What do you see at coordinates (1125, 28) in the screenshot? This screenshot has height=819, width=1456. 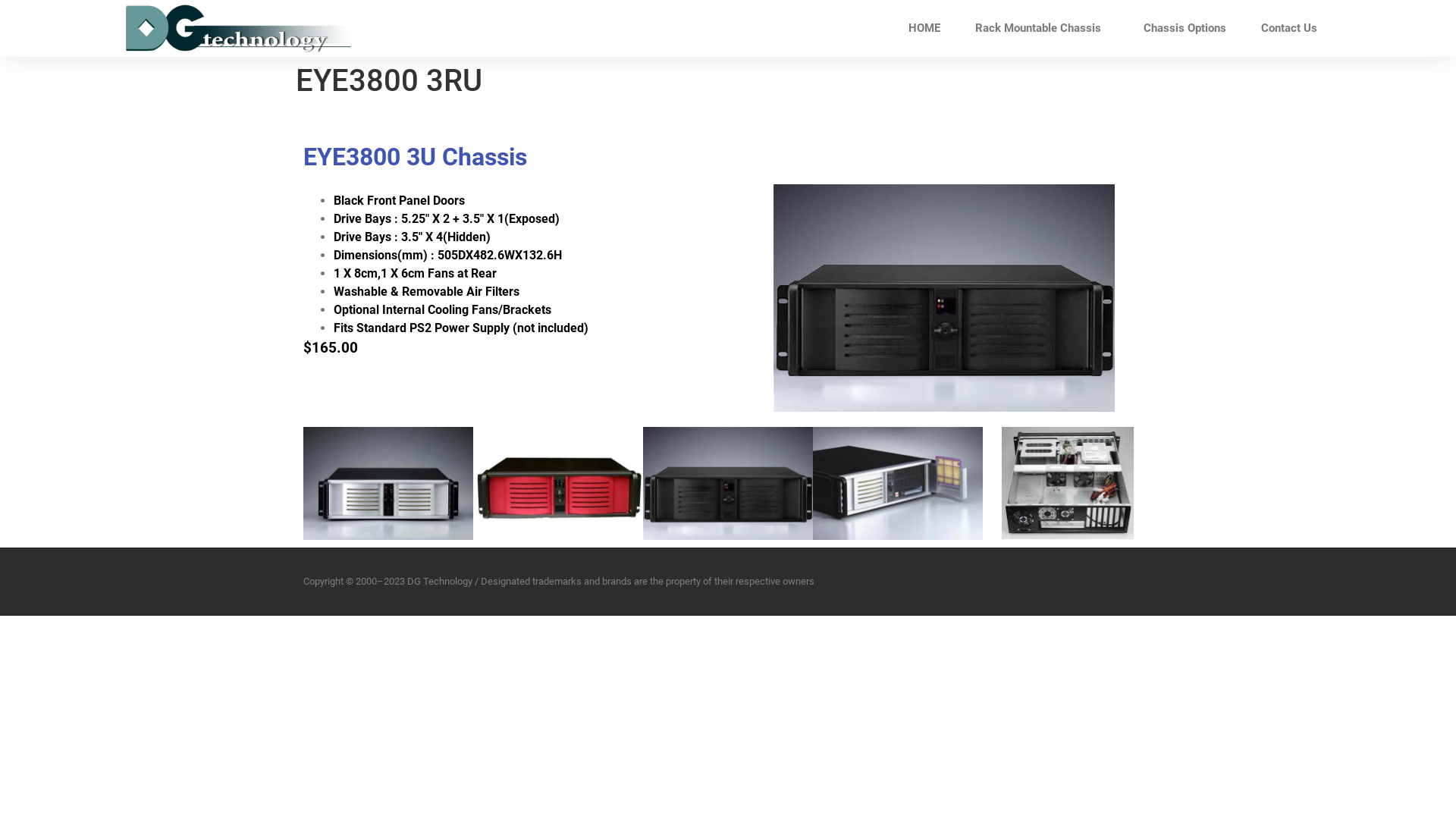 I see `'Chassis Options'` at bounding box center [1125, 28].